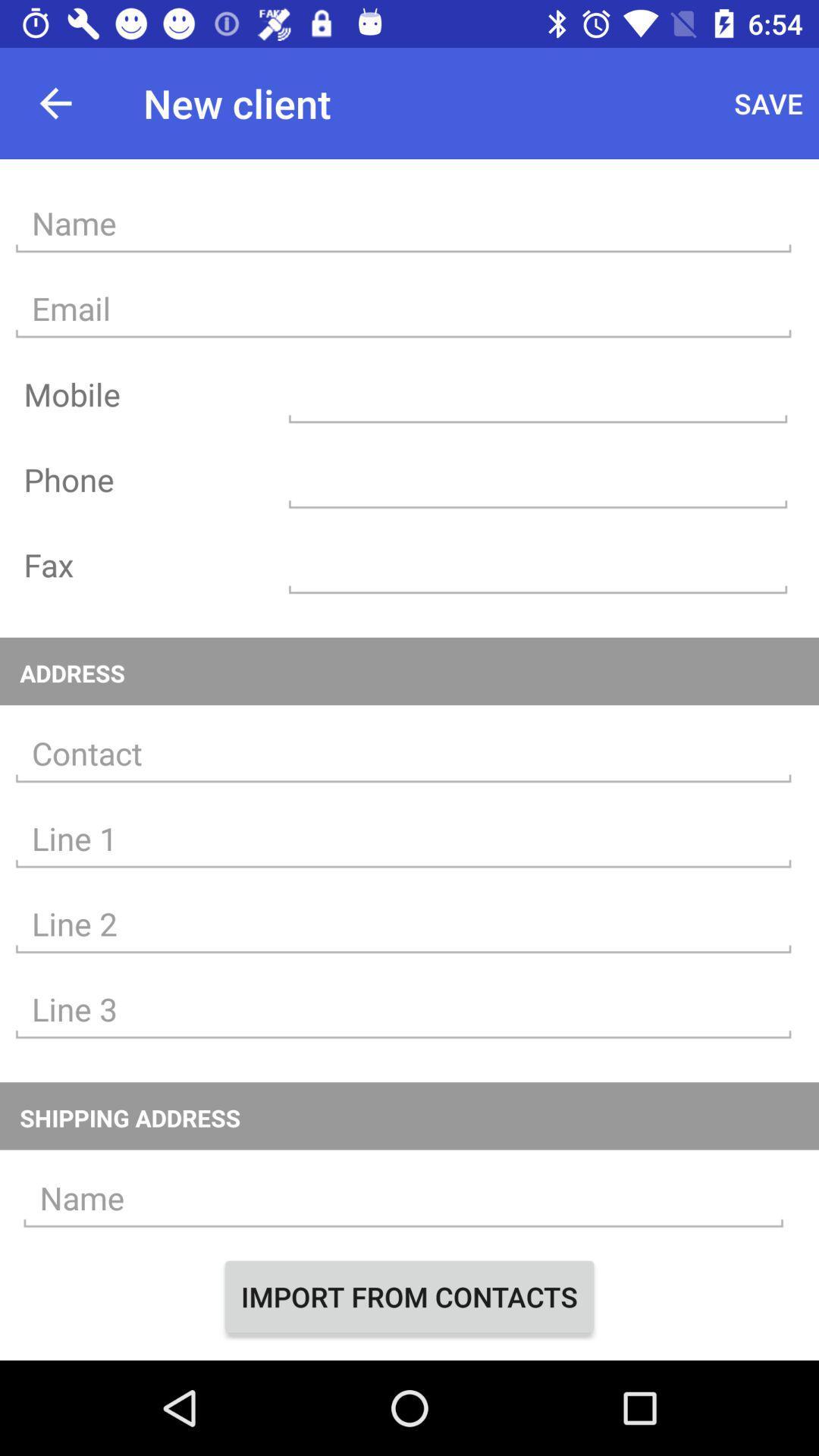 This screenshot has width=819, height=1456. I want to click on email, so click(403, 308).